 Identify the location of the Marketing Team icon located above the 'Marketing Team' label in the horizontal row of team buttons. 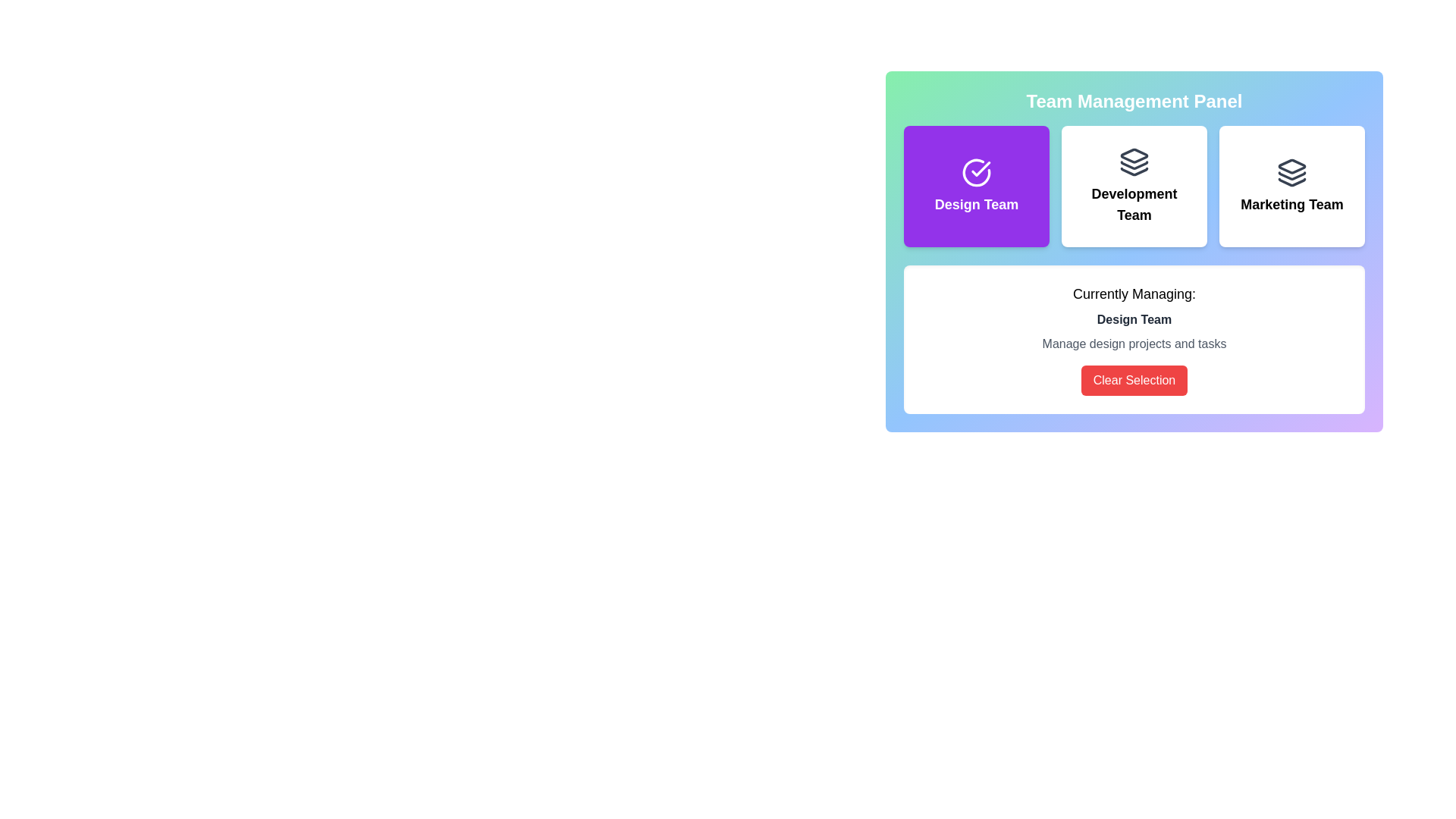
(1291, 171).